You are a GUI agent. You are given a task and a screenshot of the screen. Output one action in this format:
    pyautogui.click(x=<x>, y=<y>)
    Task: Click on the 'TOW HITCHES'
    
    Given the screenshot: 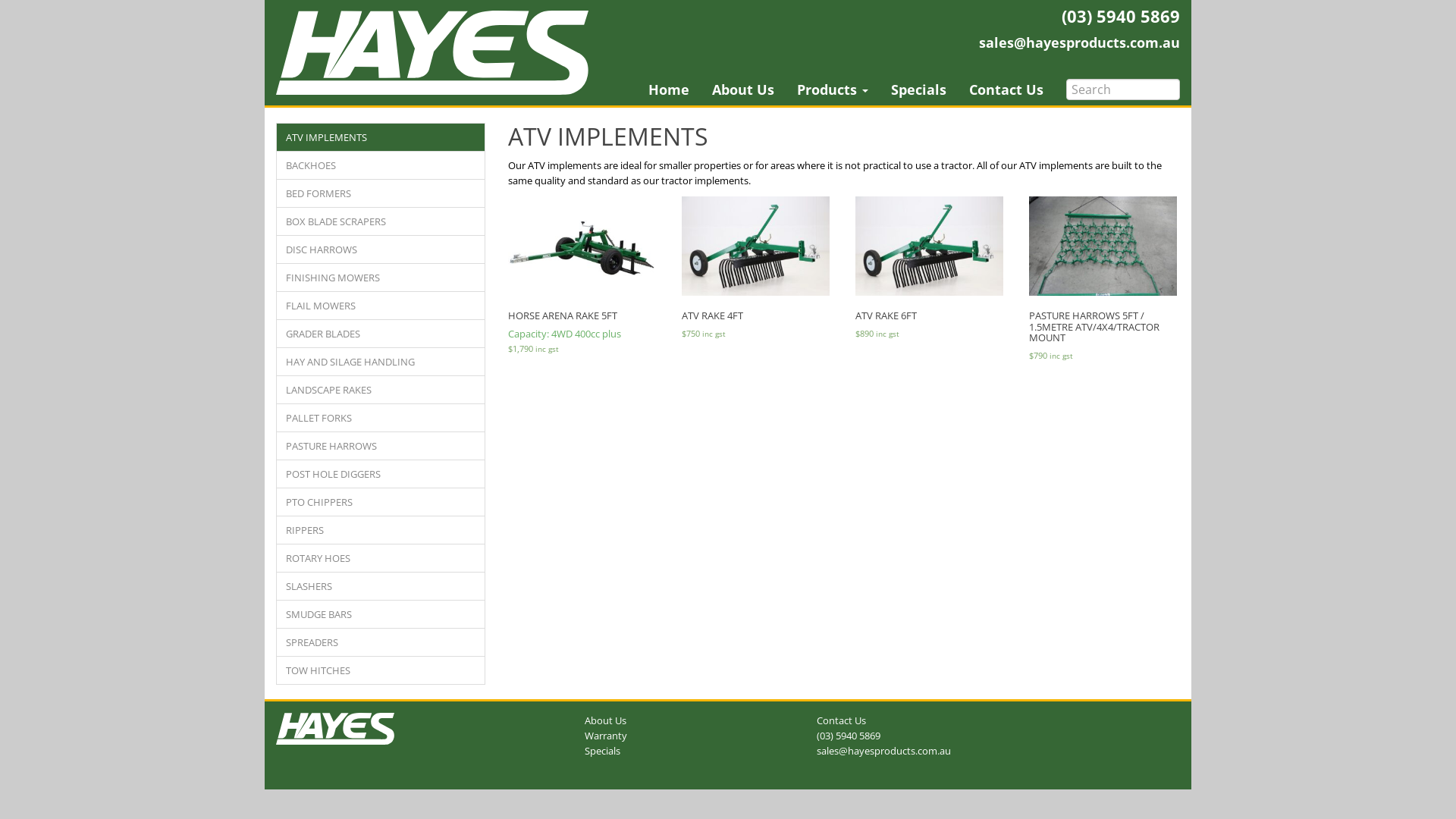 What is the action you would take?
    pyautogui.click(x=381, y=669)
    